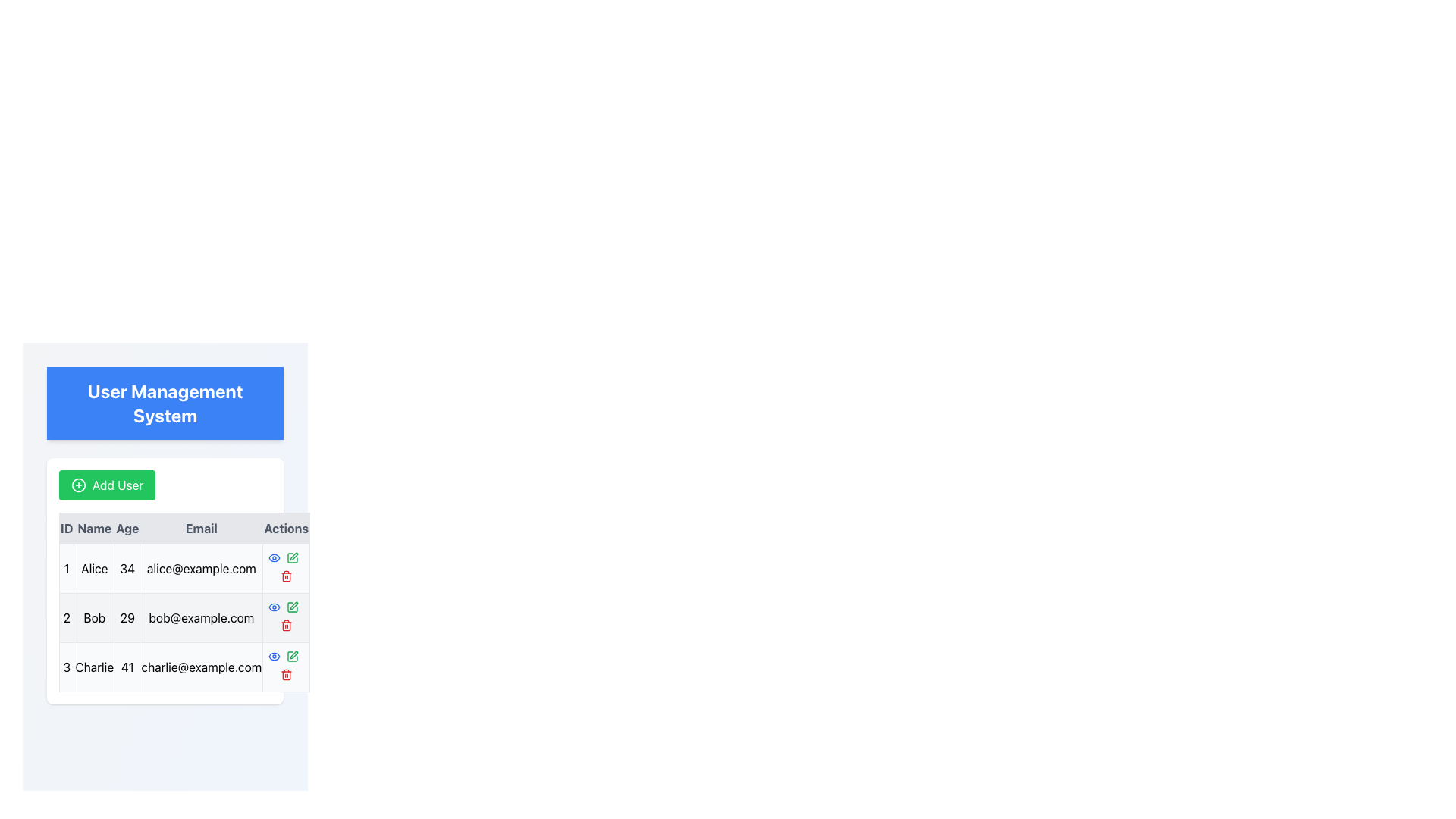 The height and width of the screenshot is (819, 1456). Describe the element at coordinates (292, 607) in the screenshot. I see `the 'Edit' button for user 'Bob'` at that location.